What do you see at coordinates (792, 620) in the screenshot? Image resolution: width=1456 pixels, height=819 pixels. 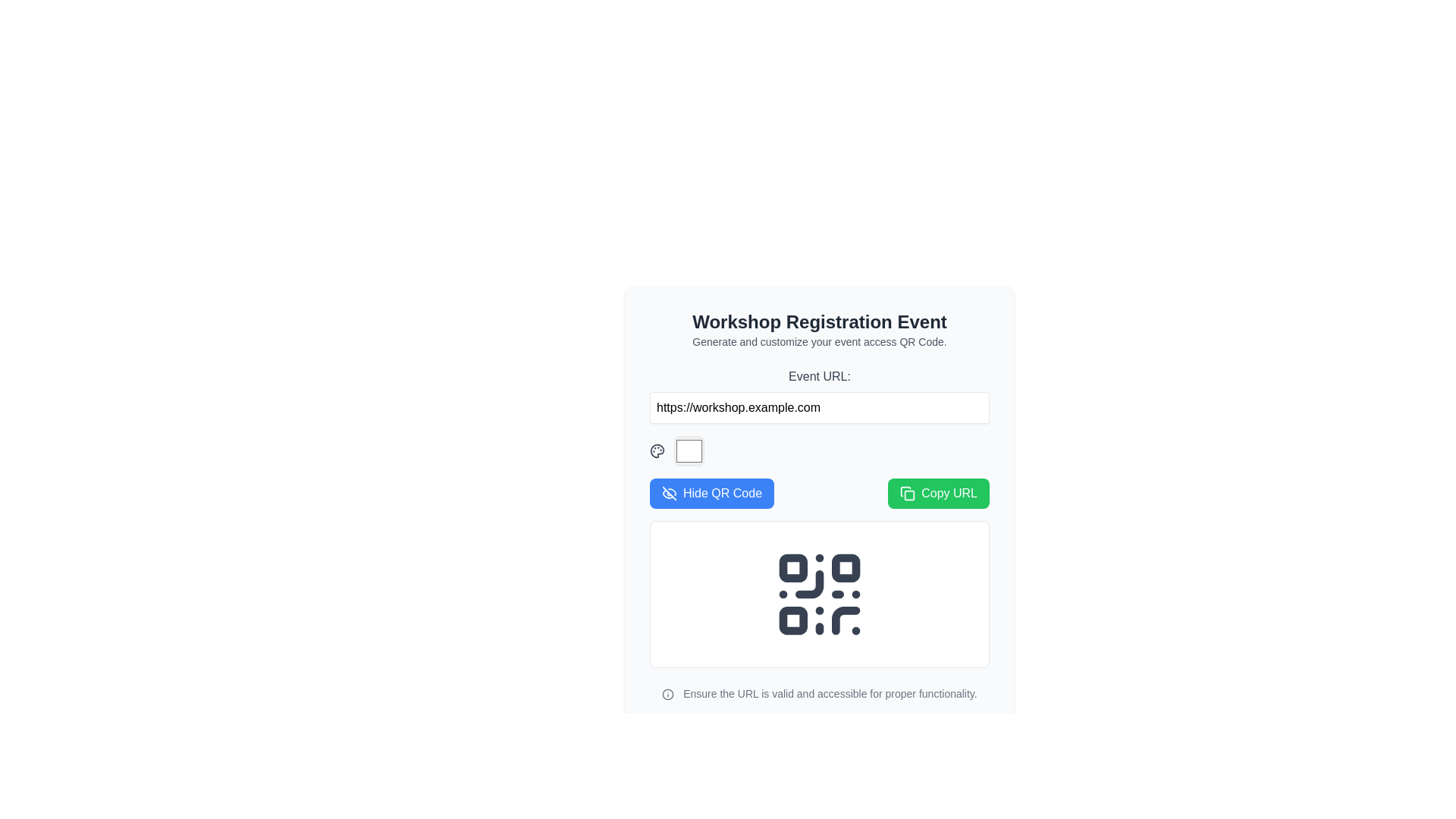 I see `the small dark-colored square with rounded corners located in the bottom-left quadrant of the QR code` at bounding box center [792, 620].